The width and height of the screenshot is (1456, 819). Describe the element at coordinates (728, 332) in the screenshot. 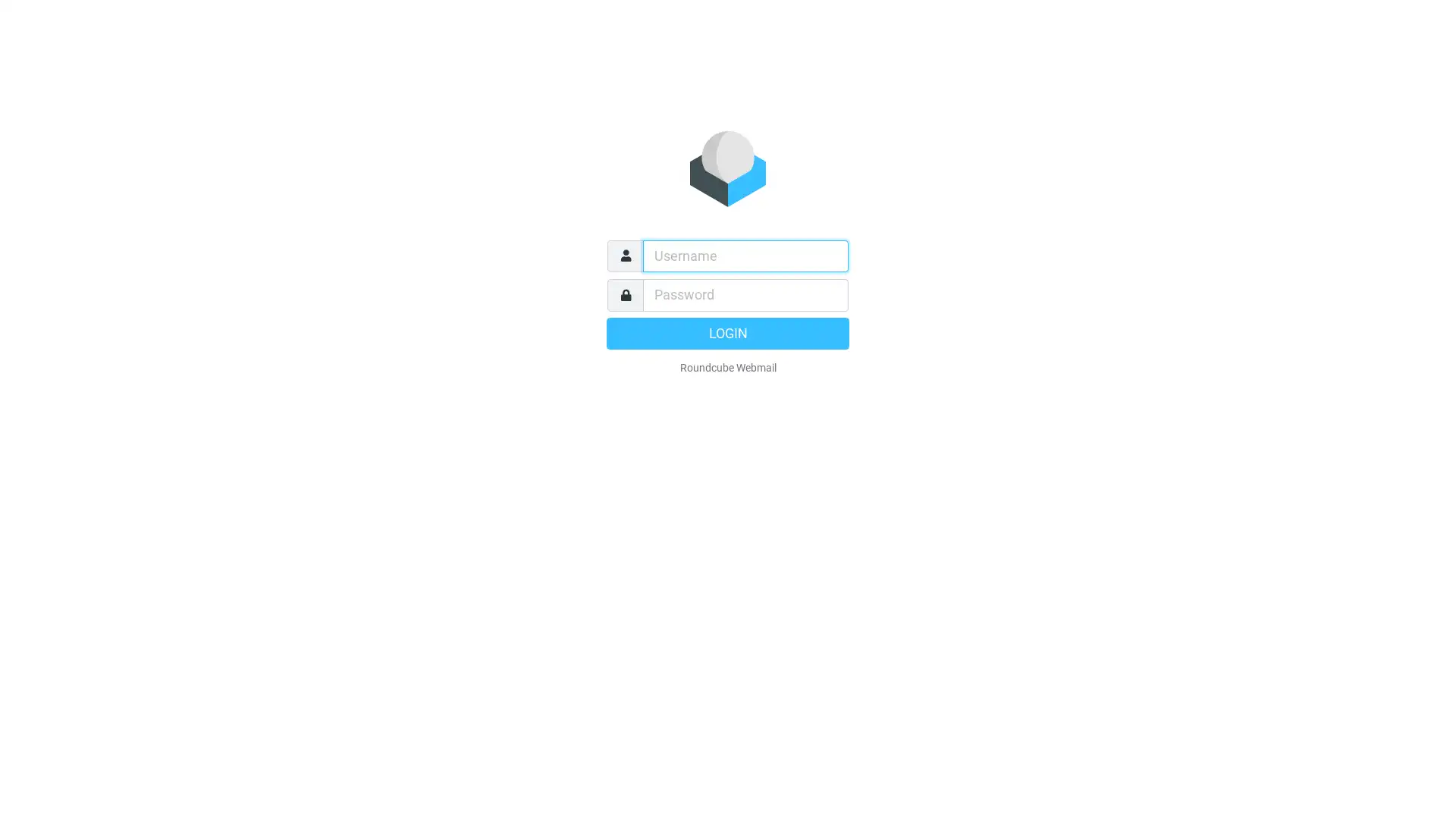

I see `LOGIN` at that location.